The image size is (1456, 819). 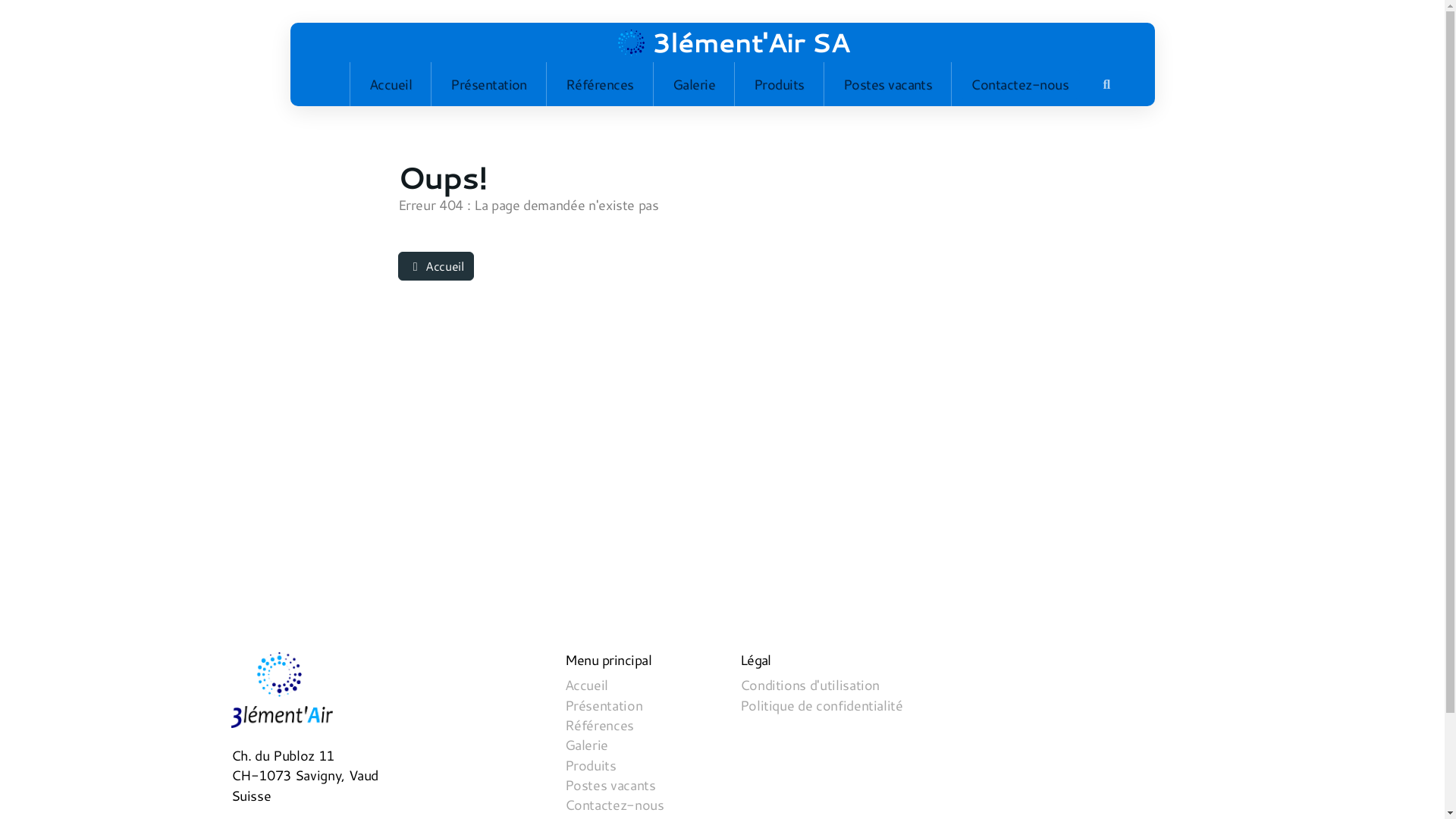 What do you see at coordinates (585, 685) in the screenshot?
I see `'Accueil'` at bounding box center [585, 685].